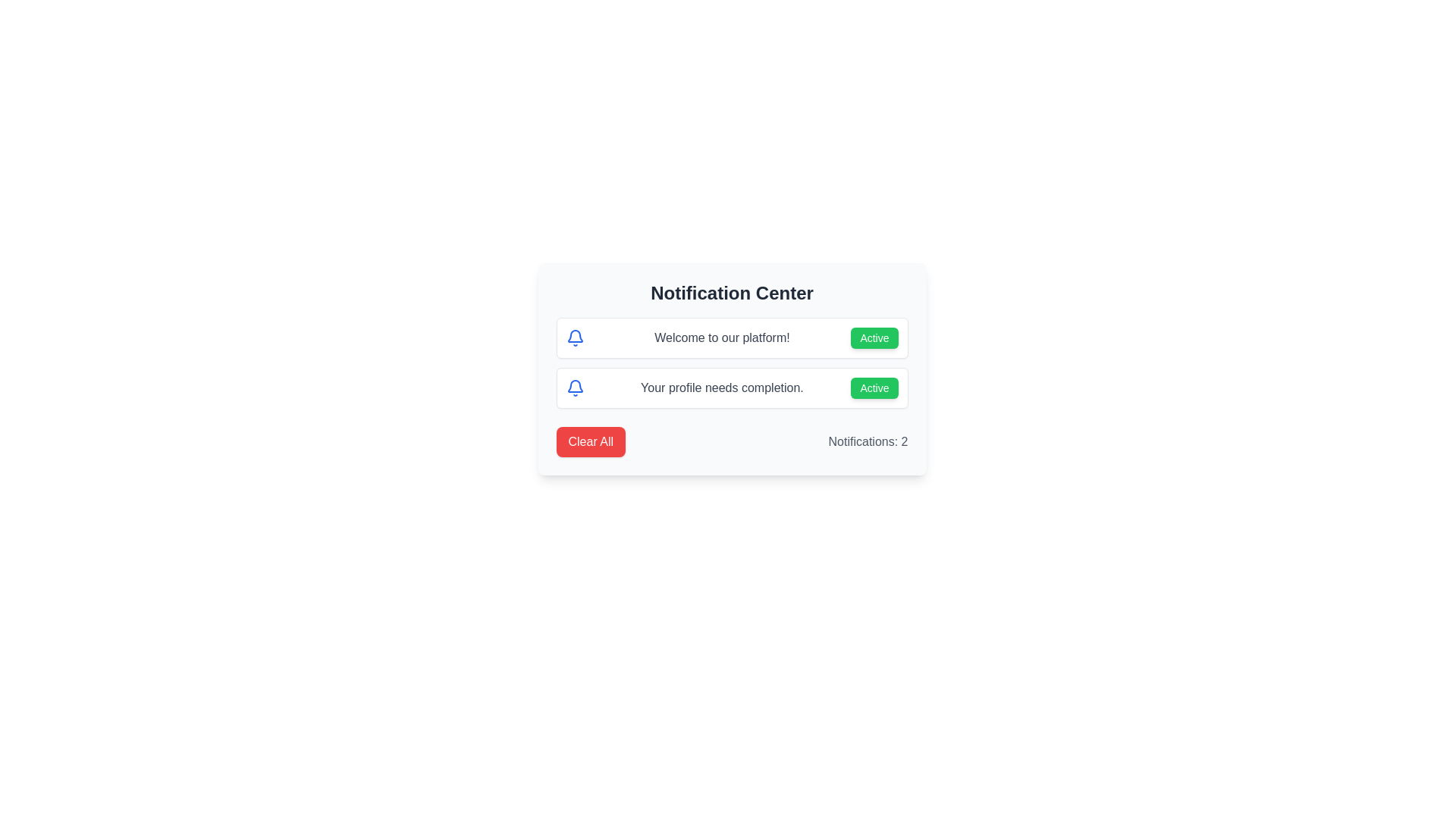 The image size is (1456, 819). What do you see at coordinates (721, 337) in the screenshot?
I see `the text label that reads 'Welcome to our platform!' which is displayed in a gray font and located within the notification section, positioned between a bell icon and a green button labeled 'Active'` at bounding box center [721, 337].